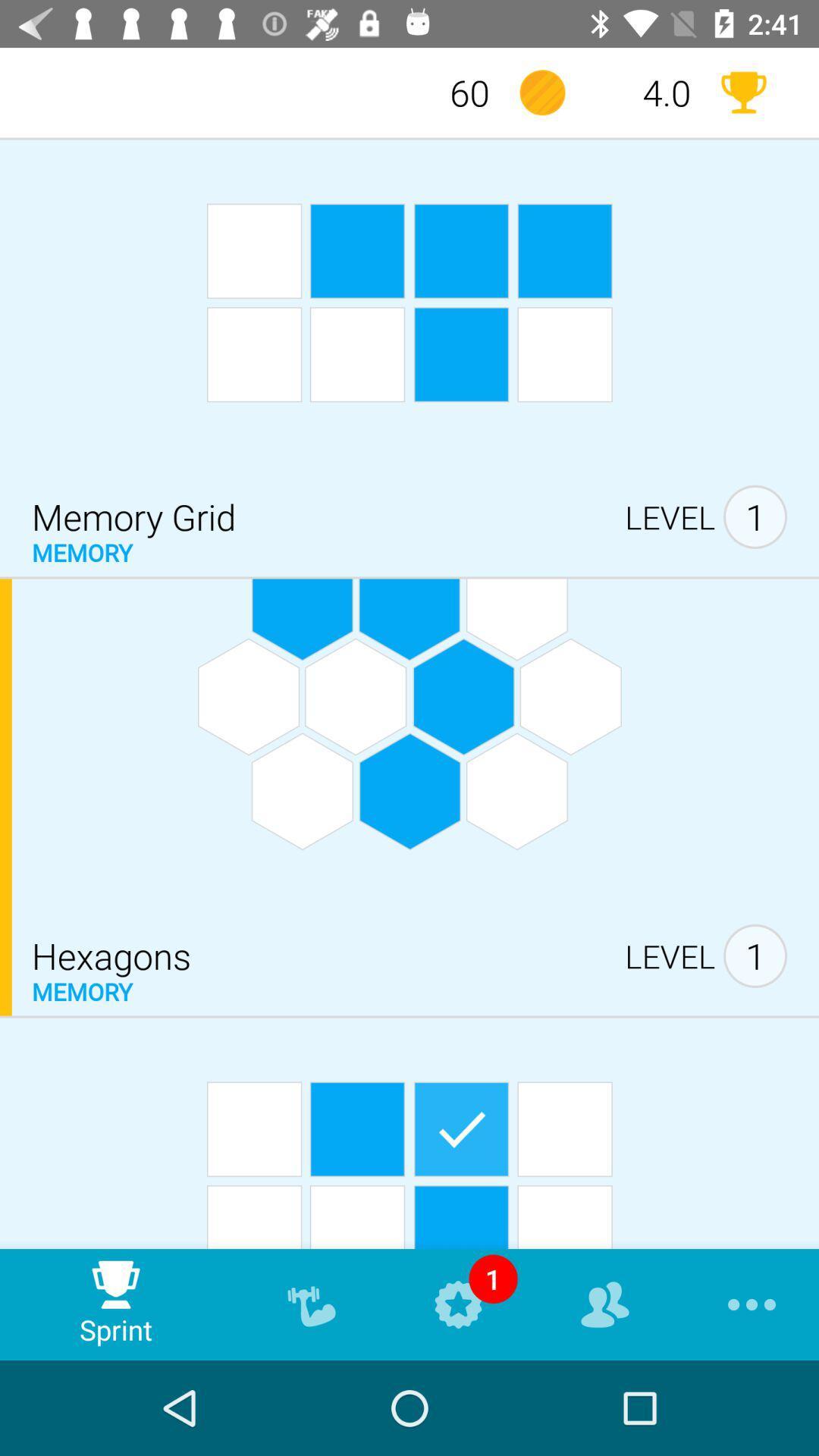 The height and width of the screenshot is (1456, 819). I want to click on the item to the left of the 4.0 item, so click(541, 92).